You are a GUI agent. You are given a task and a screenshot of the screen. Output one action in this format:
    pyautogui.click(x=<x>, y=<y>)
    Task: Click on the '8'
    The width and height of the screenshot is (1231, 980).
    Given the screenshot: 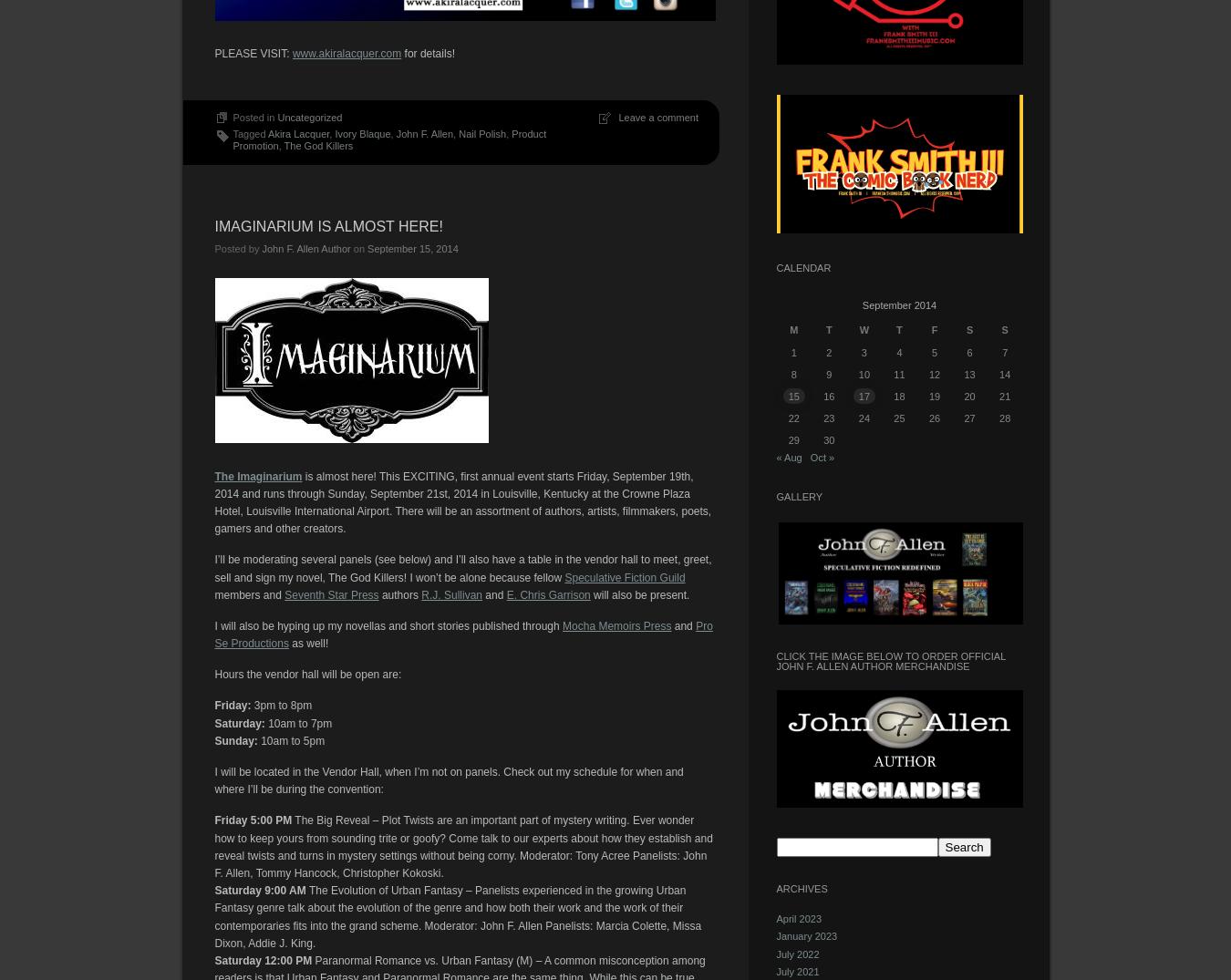 What is the action you would take?
    pyautogui.click(x=792, y=373)
    